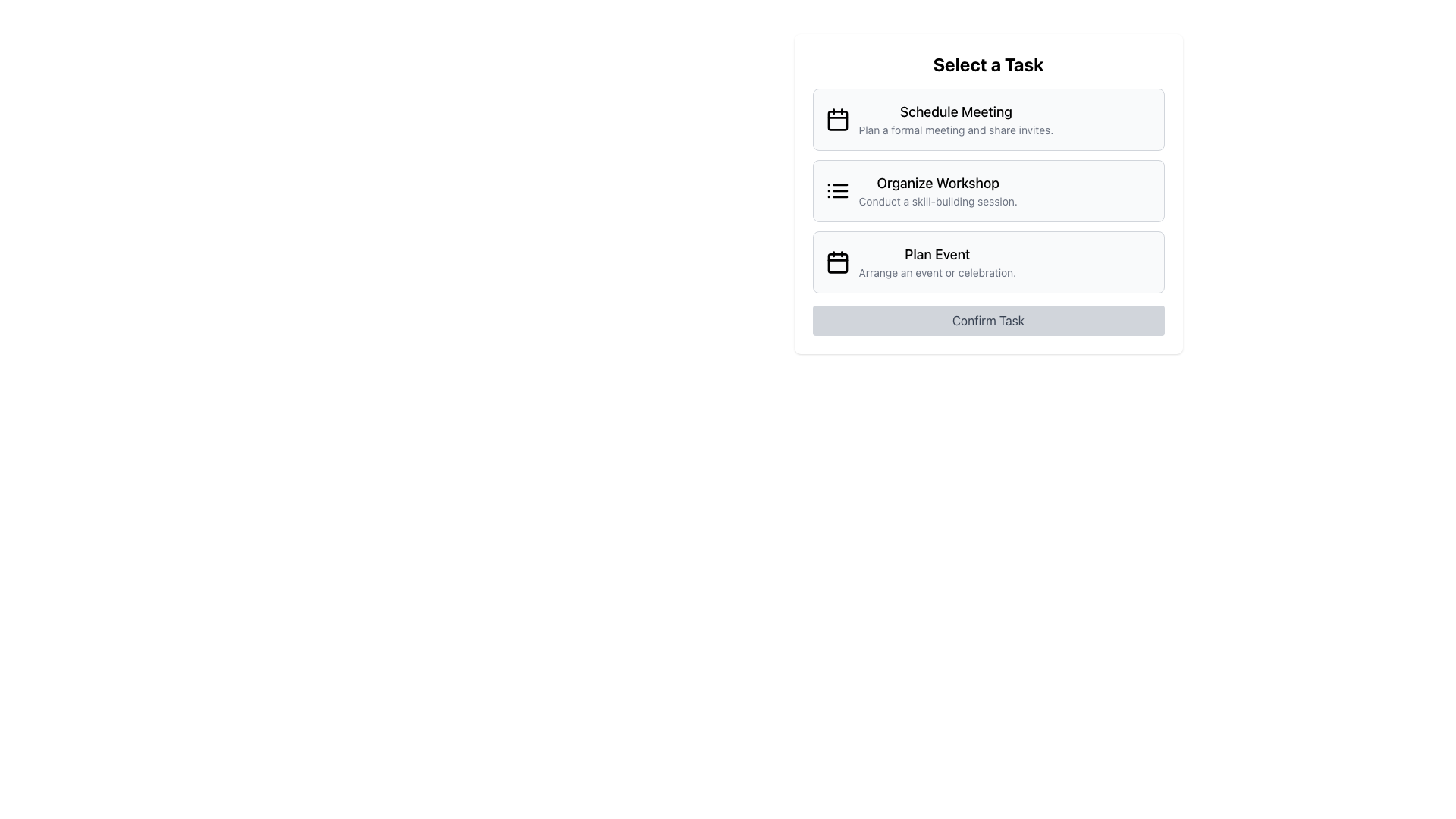 The image size is (1456, 819). What do you see at coordinates (988, 262) in the screenshot?
I see `the 'Plan Event' selectable card, which is the third card in a vertical list located between the 'Organize Workshop' card and the 'Confirm Task' button` at bounding box center [988, 262].